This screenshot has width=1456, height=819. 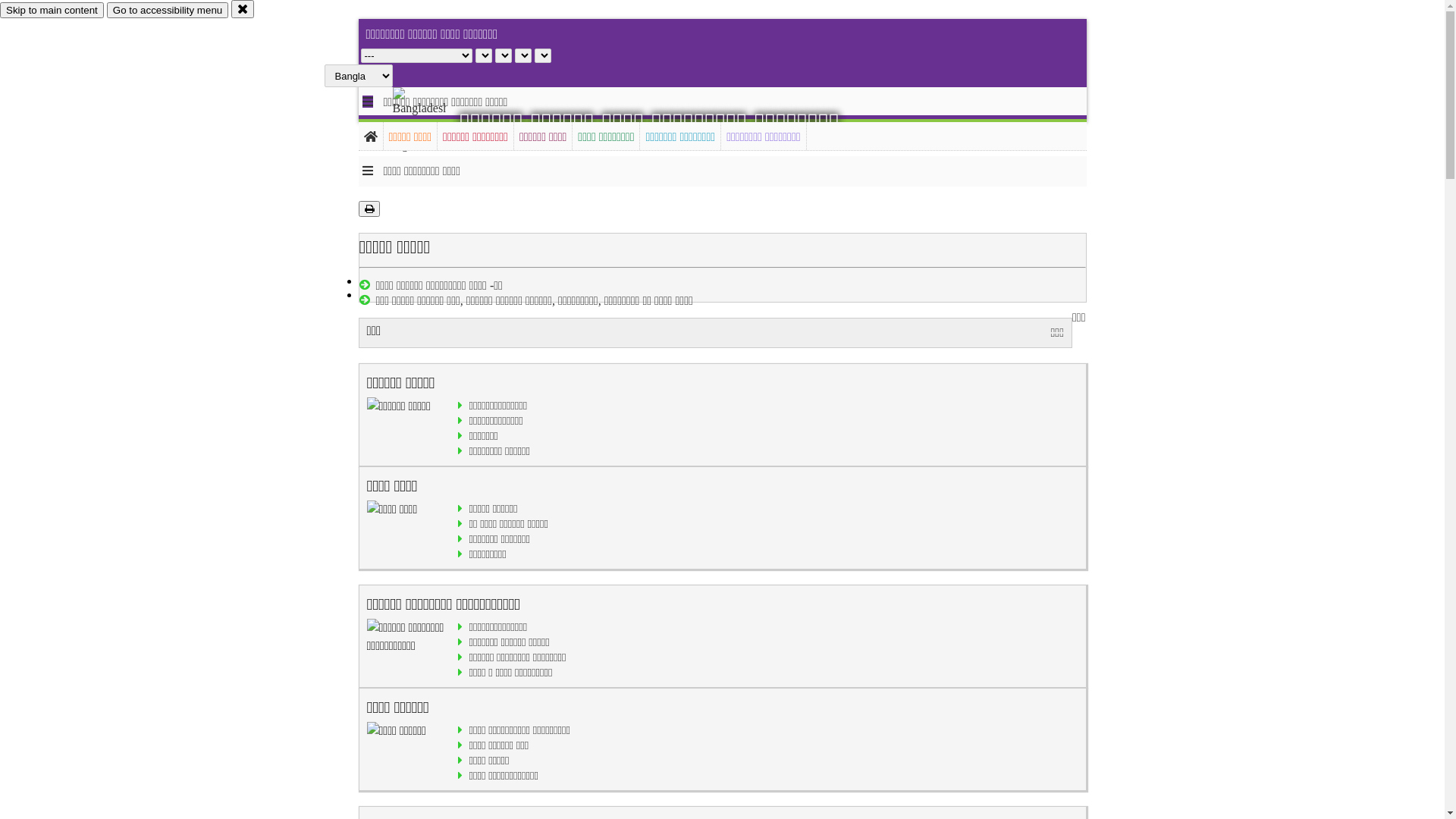 I want to click on 'Skip to main content', so click(x=52, y=10).